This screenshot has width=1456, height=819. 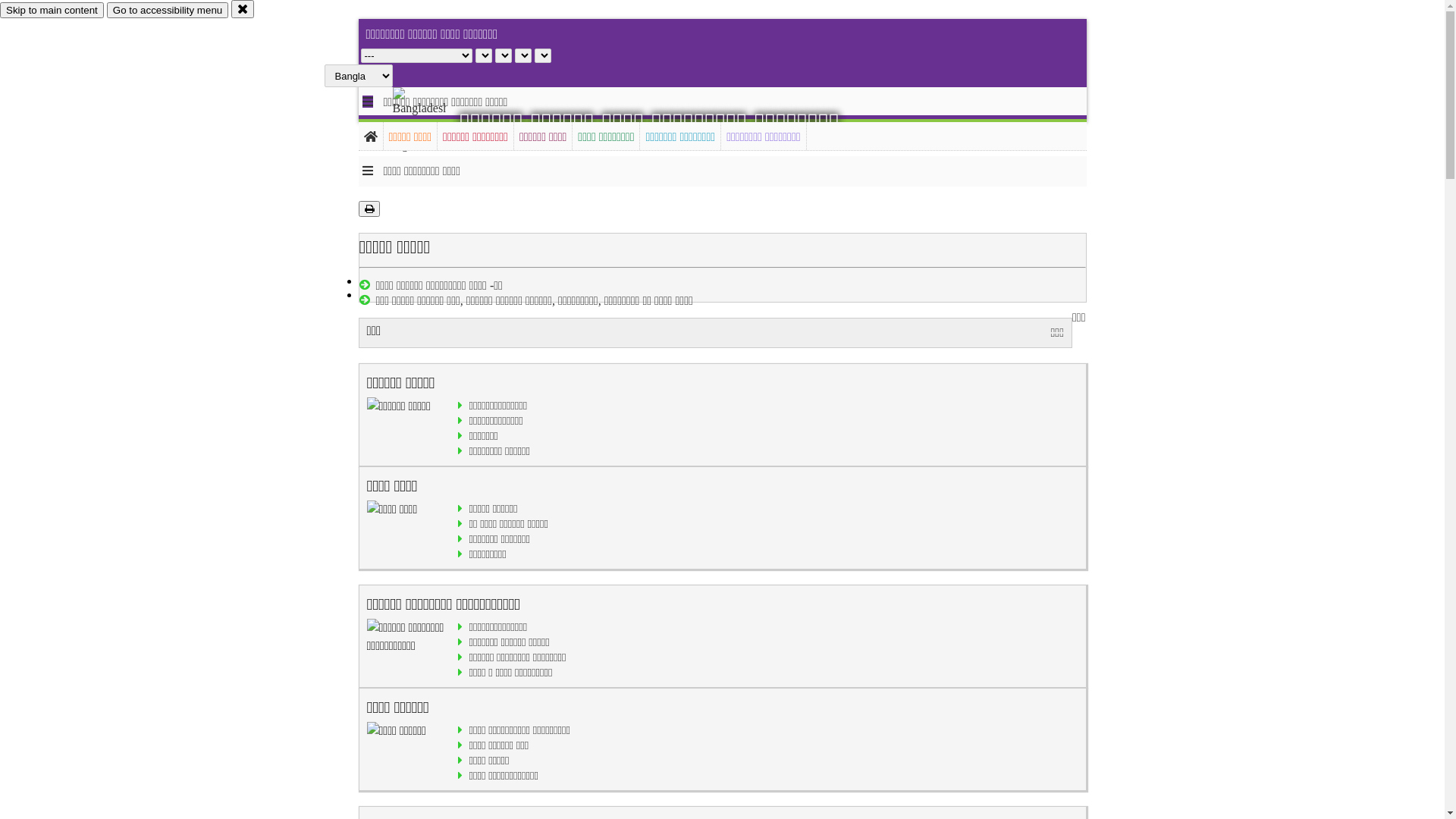 I want to click on 'Skip to main content', so click(x=52, y=10).